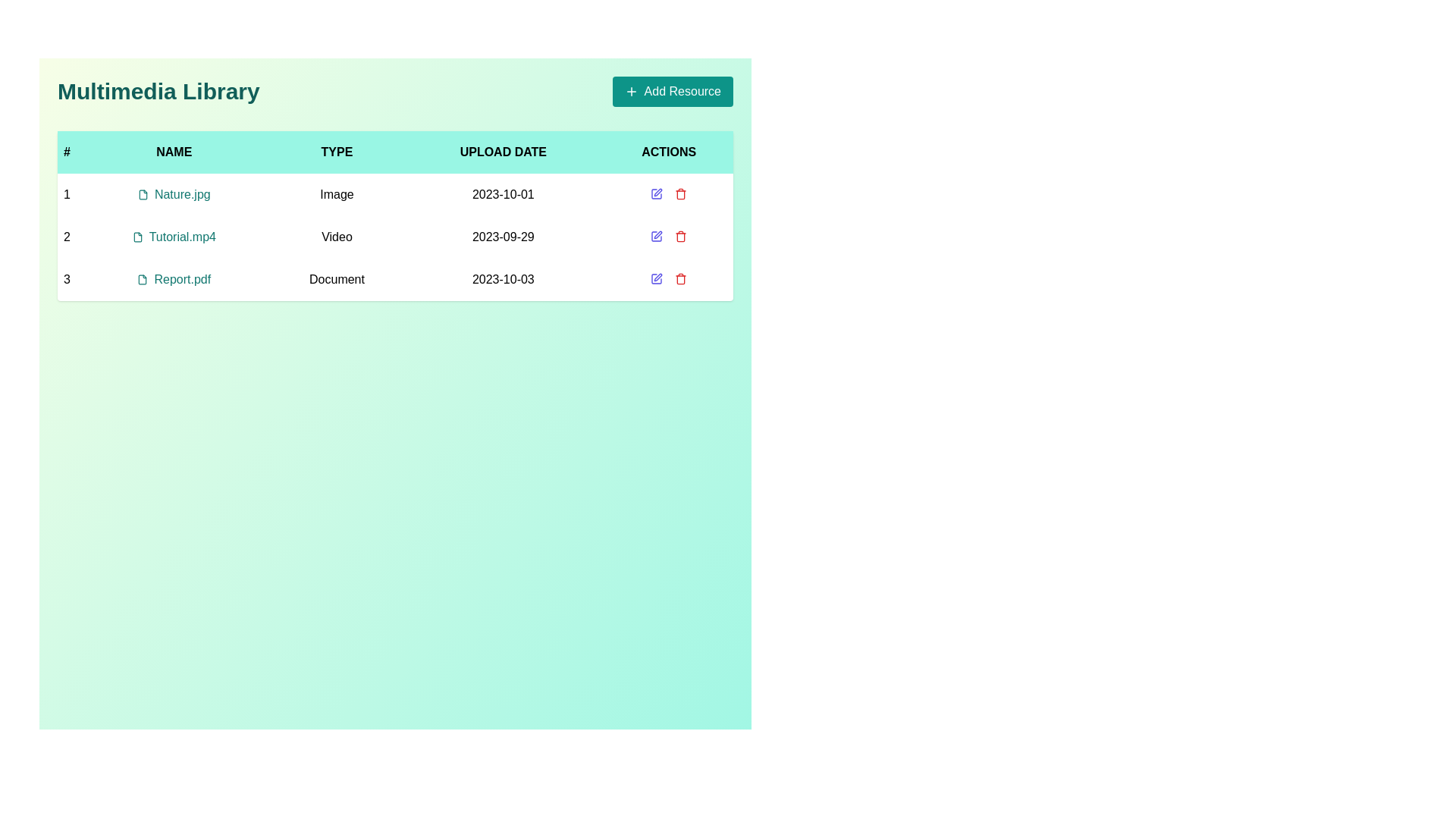 This screenshot has height=819, width=1456. Describe the element at coordinates (66, 280) in the screenshot. I see `the bold, black-colored digit '3' in the first column of the table, which serves as an identifier for rows, specifically the row containing 'Report.pdf'` at that location.